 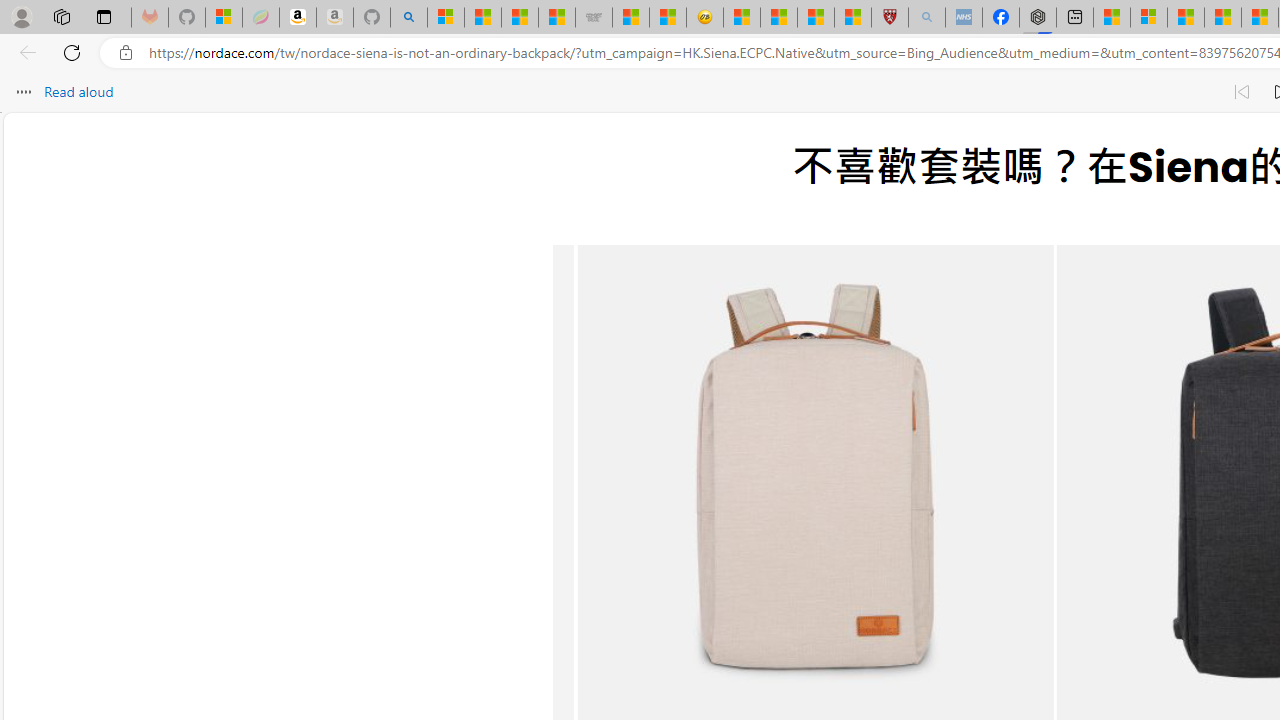 I want to click on '12 Popular Science Lies that Must be Corrected', so click(x=853, y=17).